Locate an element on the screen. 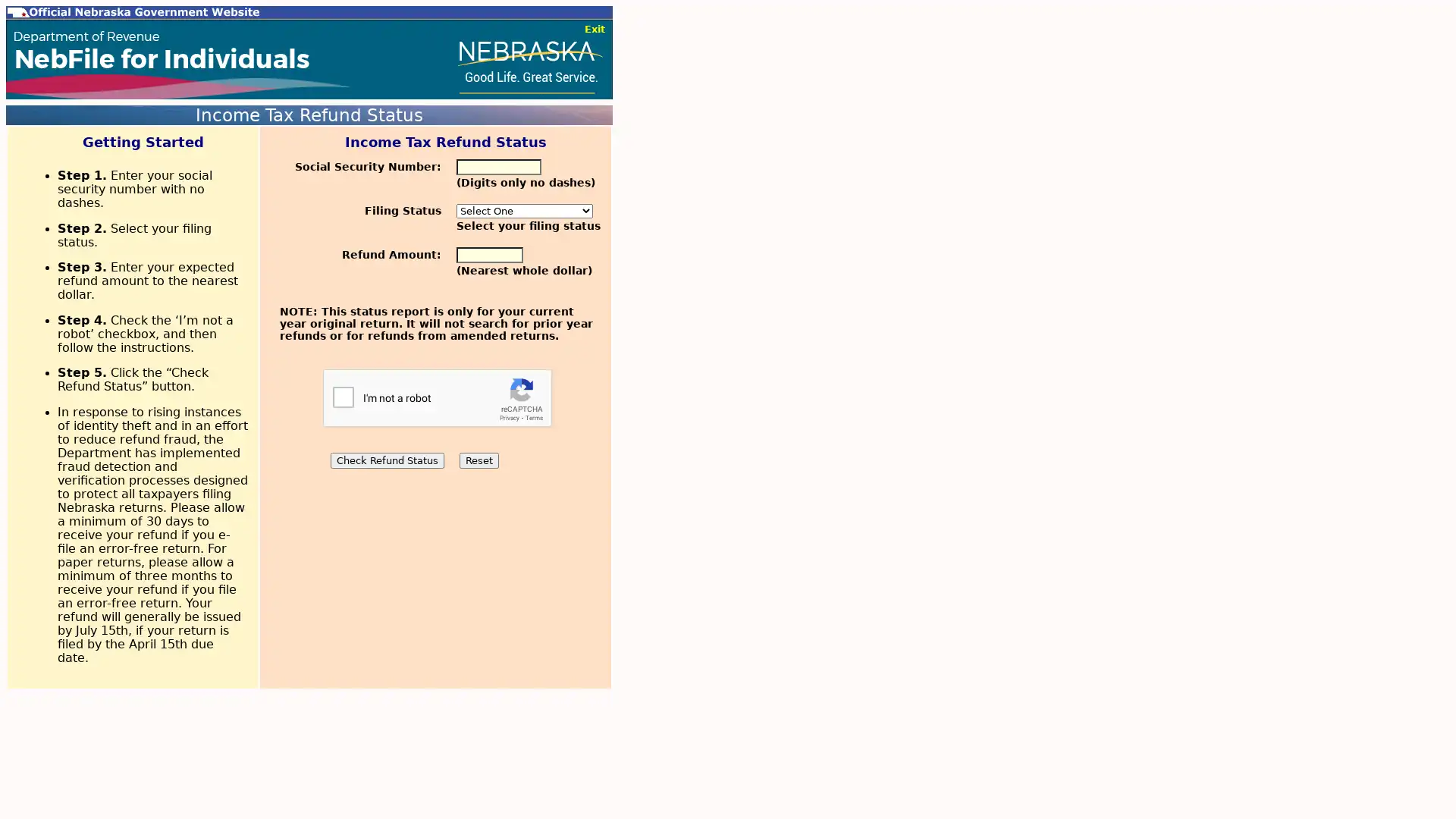 Image resolution: width=1456 pixels, height=819 pixels. Check Refund Status is located at coordinates (386, 460).